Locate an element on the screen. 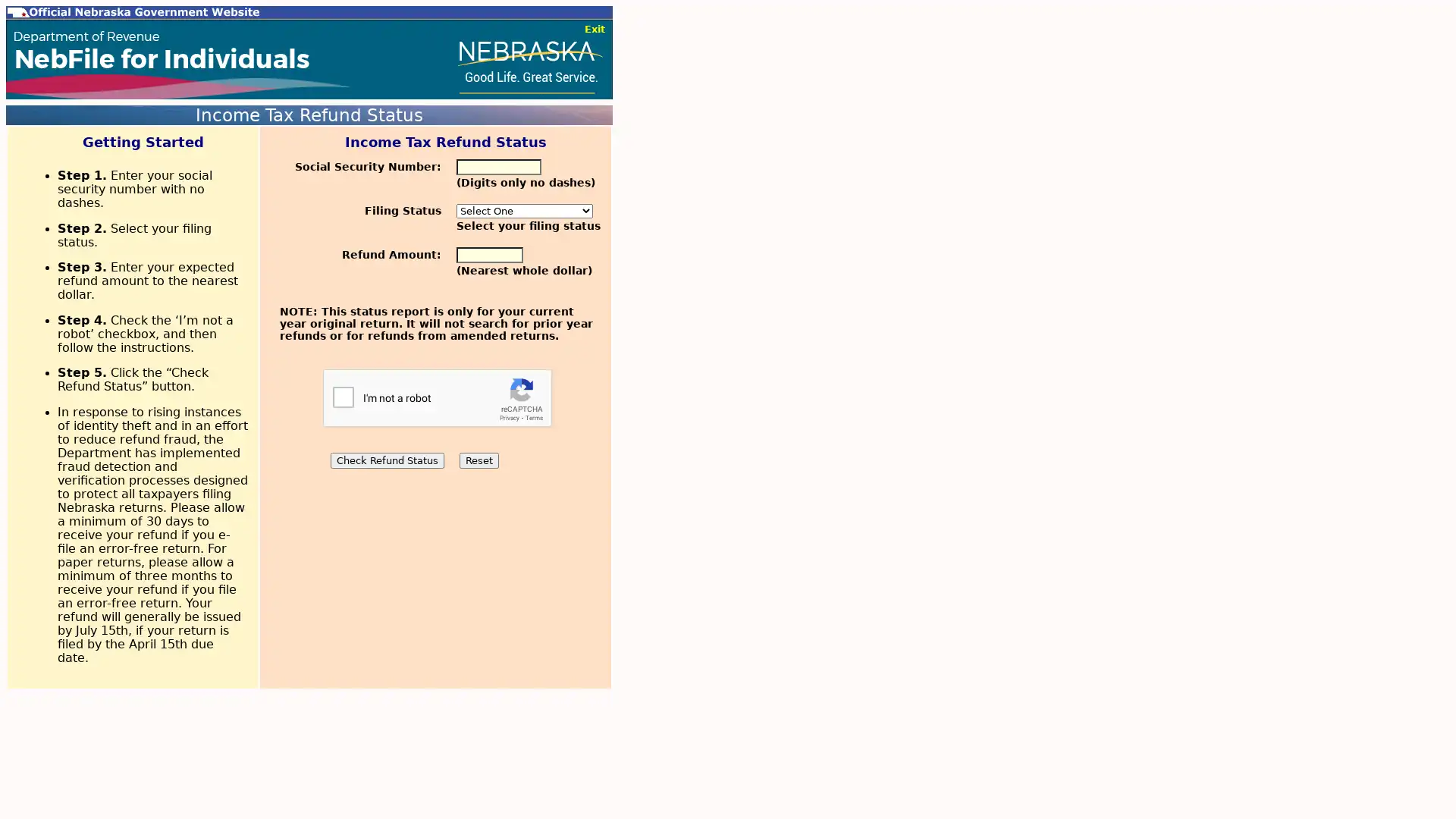 Image resolution: width=1456 pixels, height=819 pixels. Check Refund Status is located at coordinates (386, 460).